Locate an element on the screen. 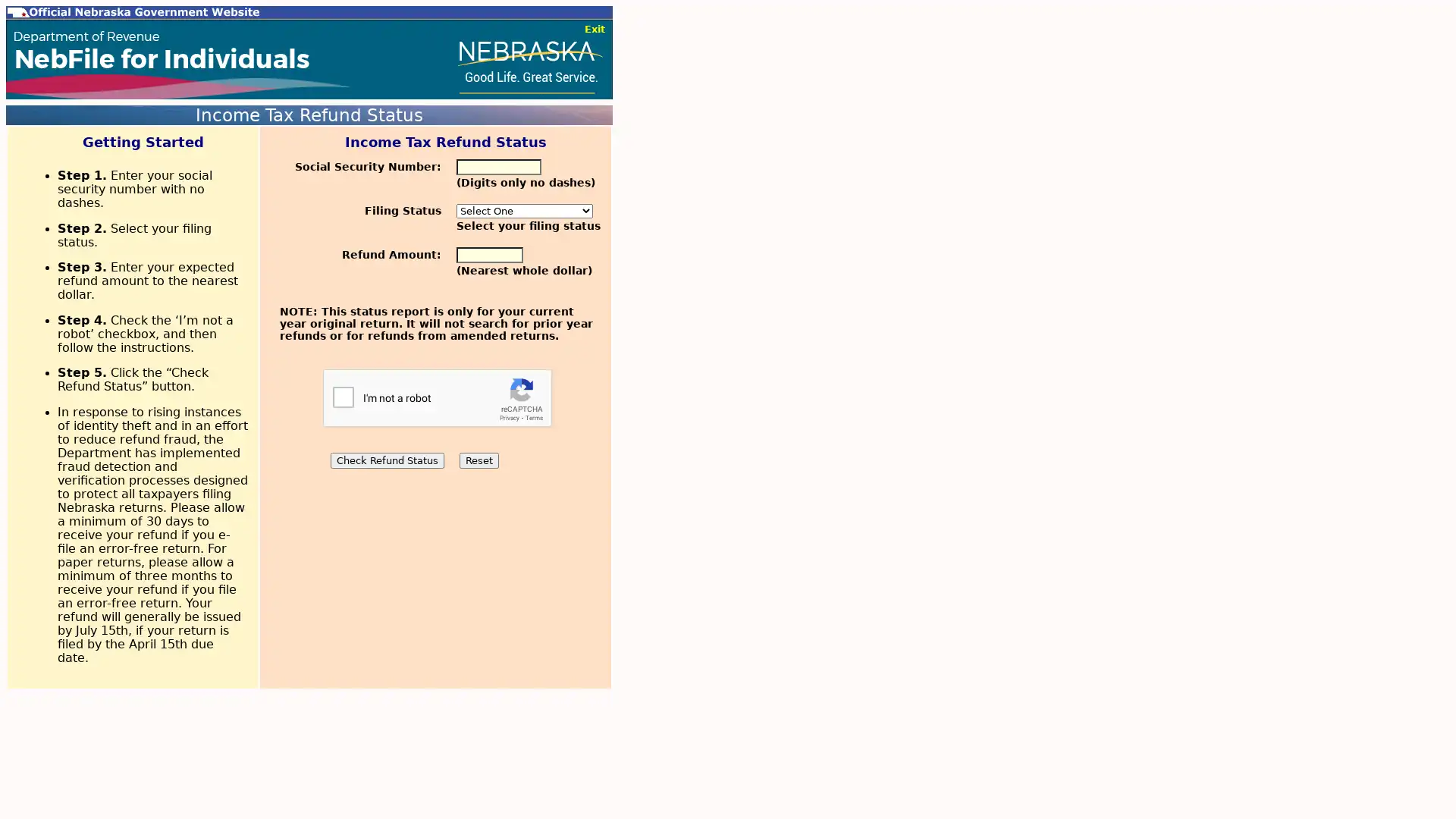 Image resolution: width=1456 pixels, height=819 pixels. Check Refund Status is located at coordinates (386, 460).